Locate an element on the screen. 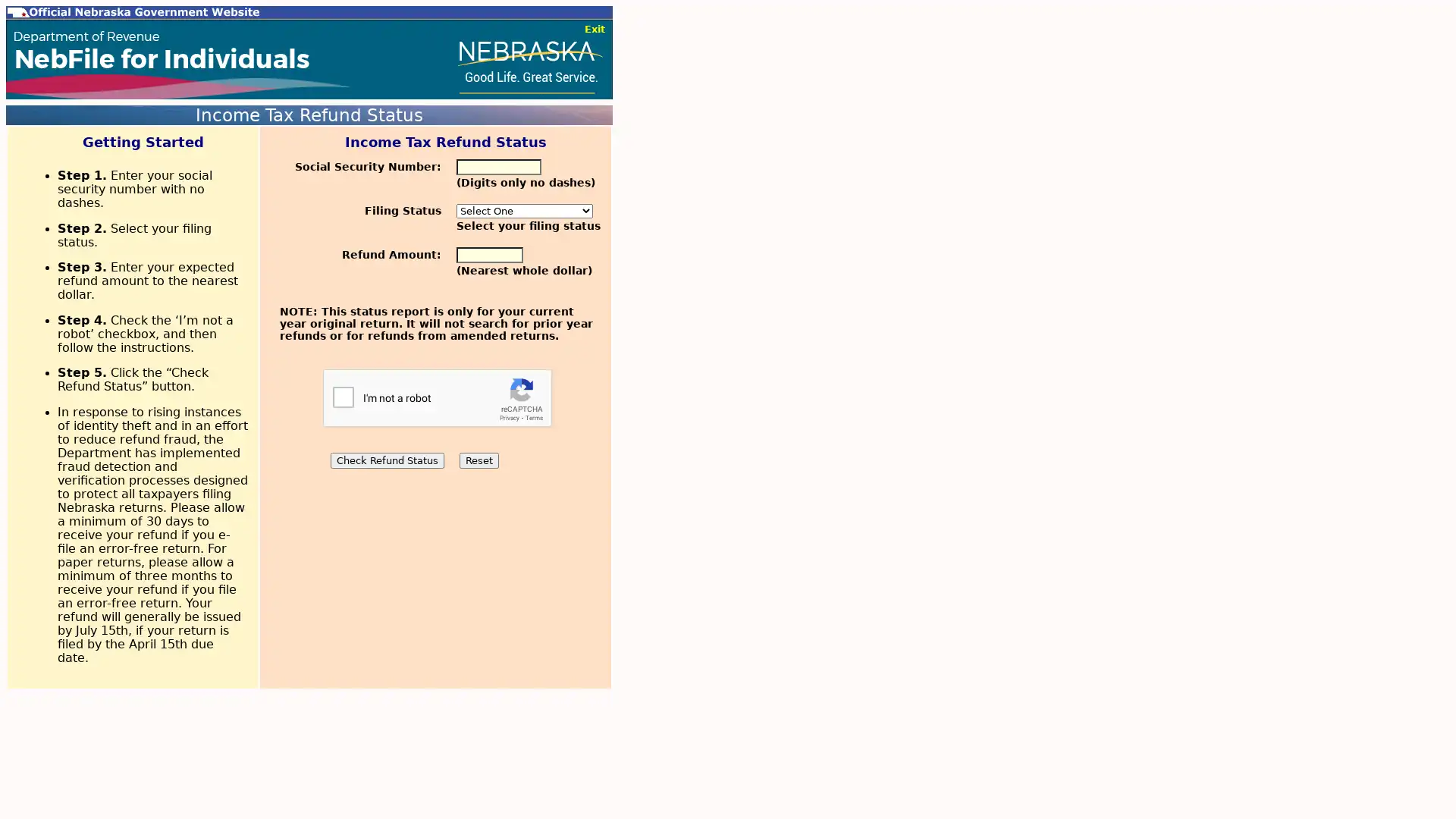 Image resolution: width=1456 pixels, height=819 pixels. Check Refund Status is located at coordinates (386, 460).